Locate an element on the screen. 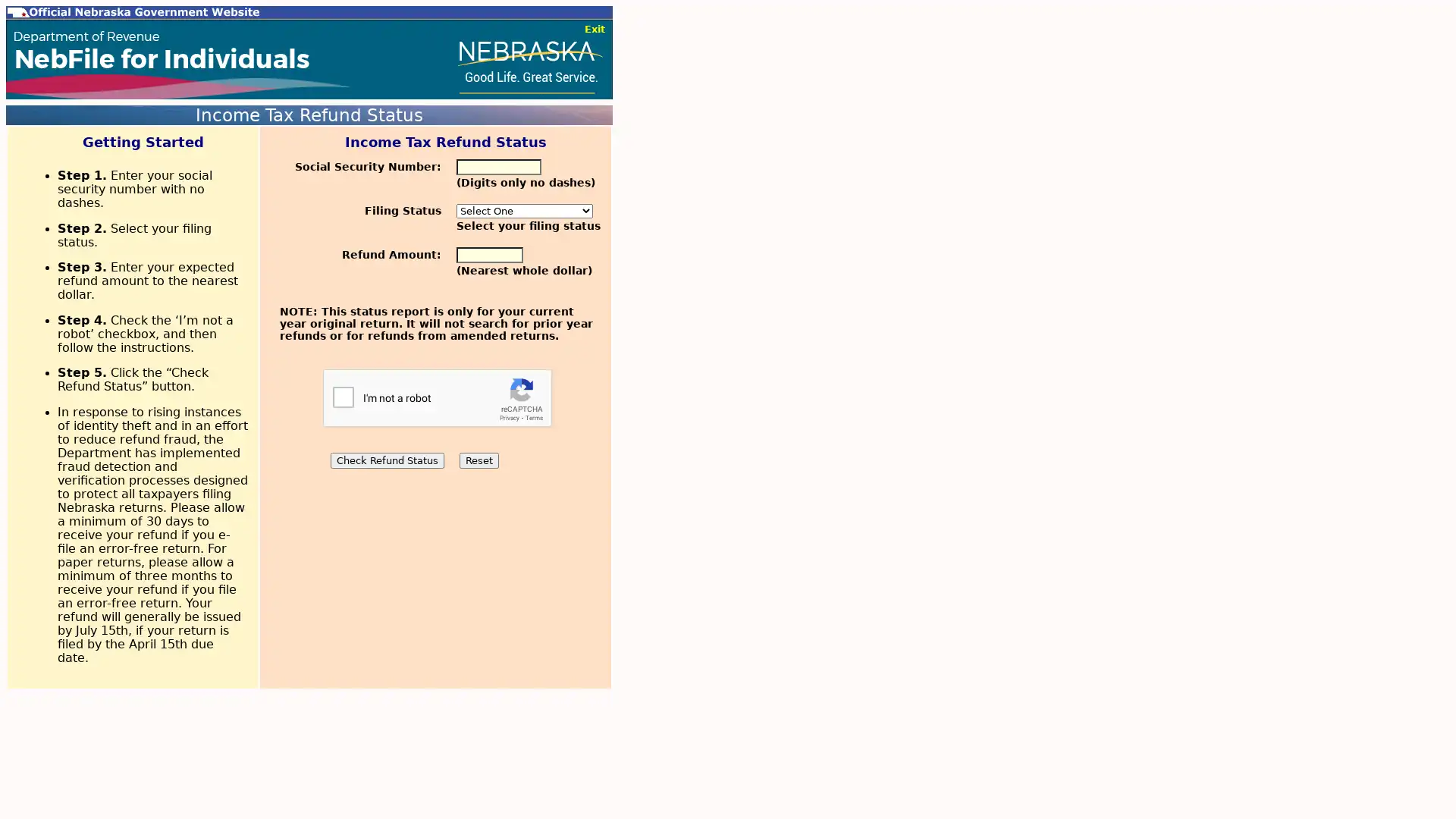 Image resolution: width=1456 pixels, height=819 pixels. Check Refund Status is located at coordinates (386, 460).